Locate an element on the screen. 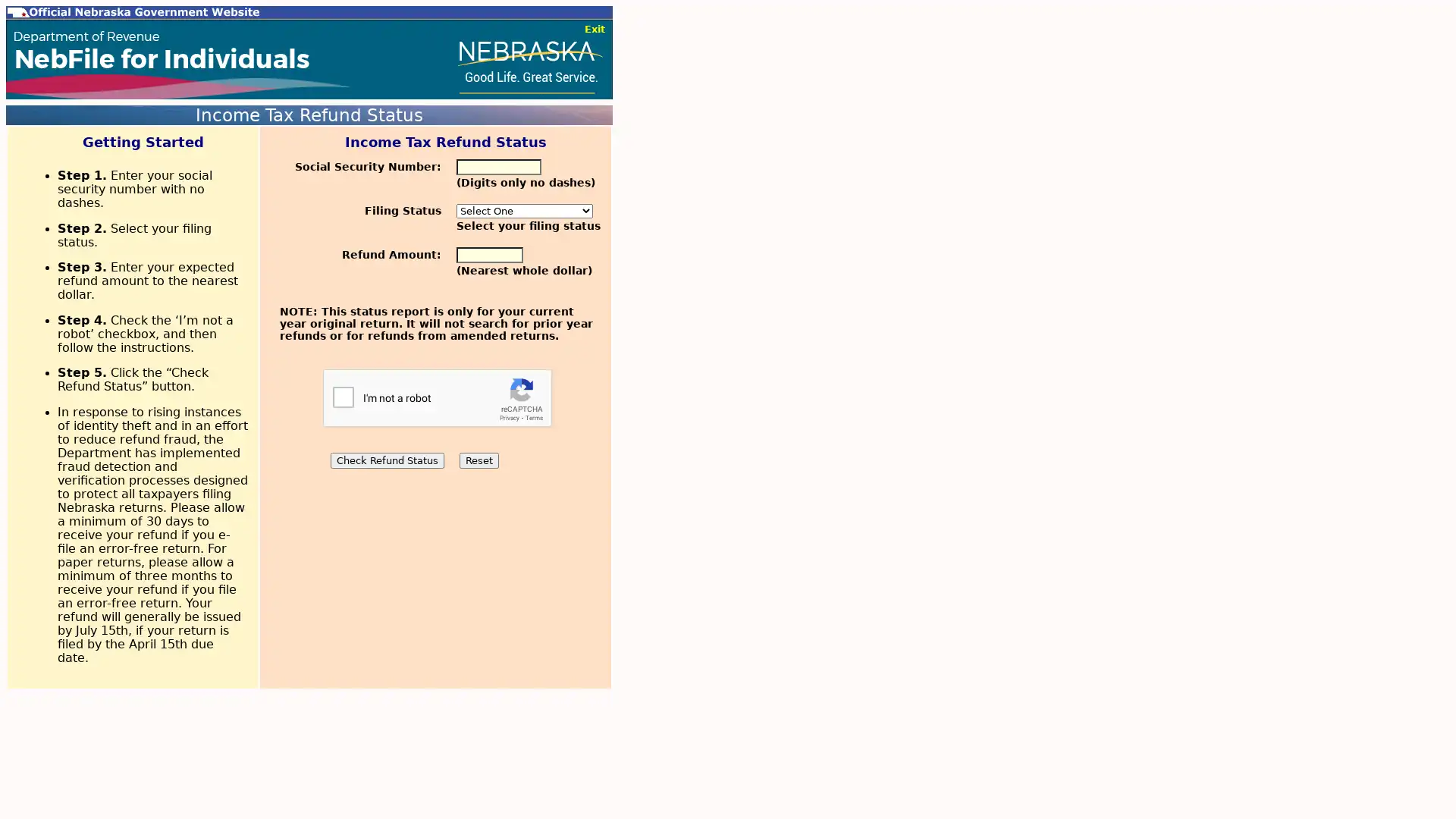 Image resolution: width=1456 pixels, height=819 pixels. Check Refund Status is located at coordinates (386, 460).